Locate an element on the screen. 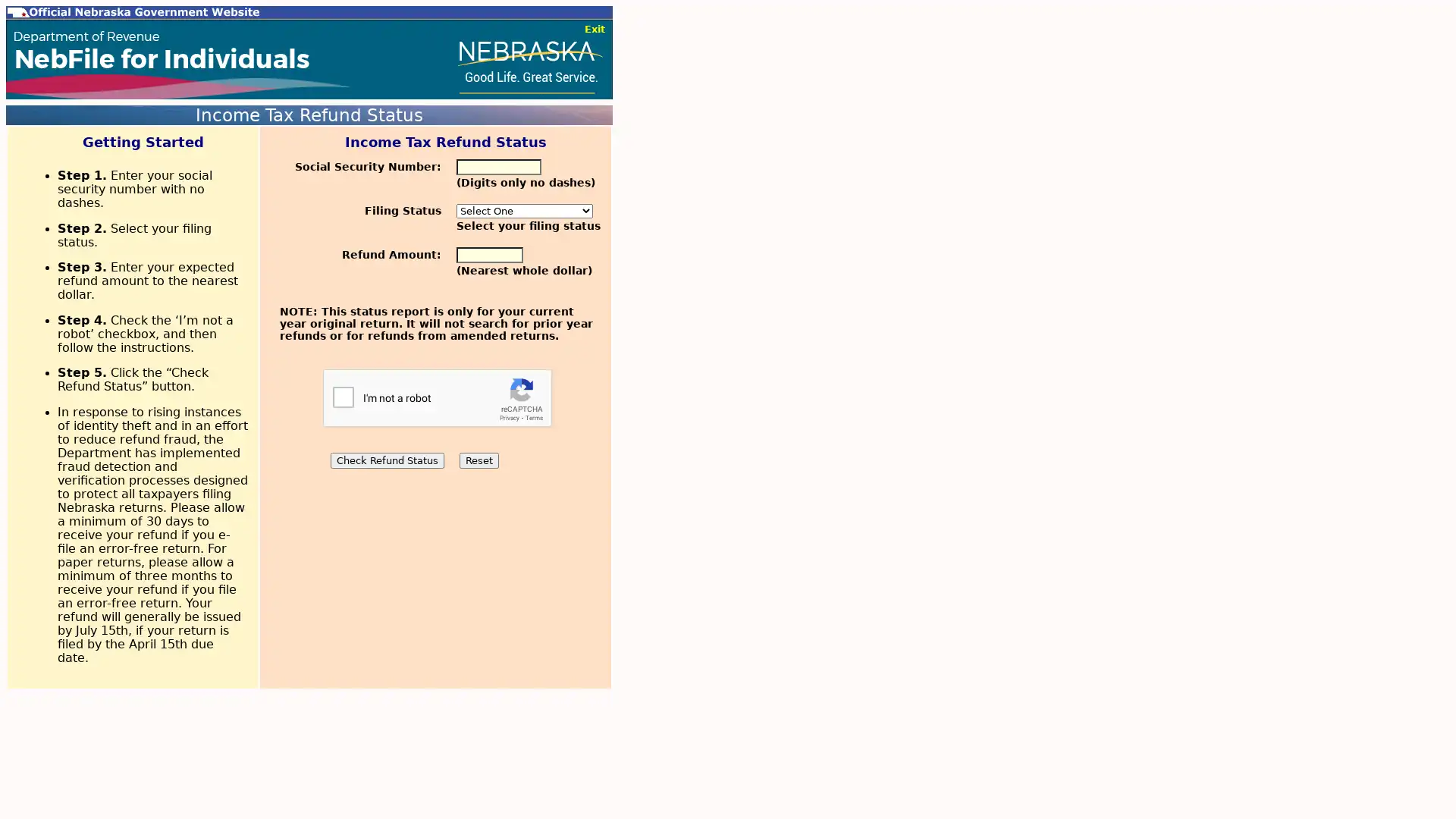 Image resolution: width=1456 pixels, height=819 pixels. Check Refund Status is located at coordinates (386, 460).